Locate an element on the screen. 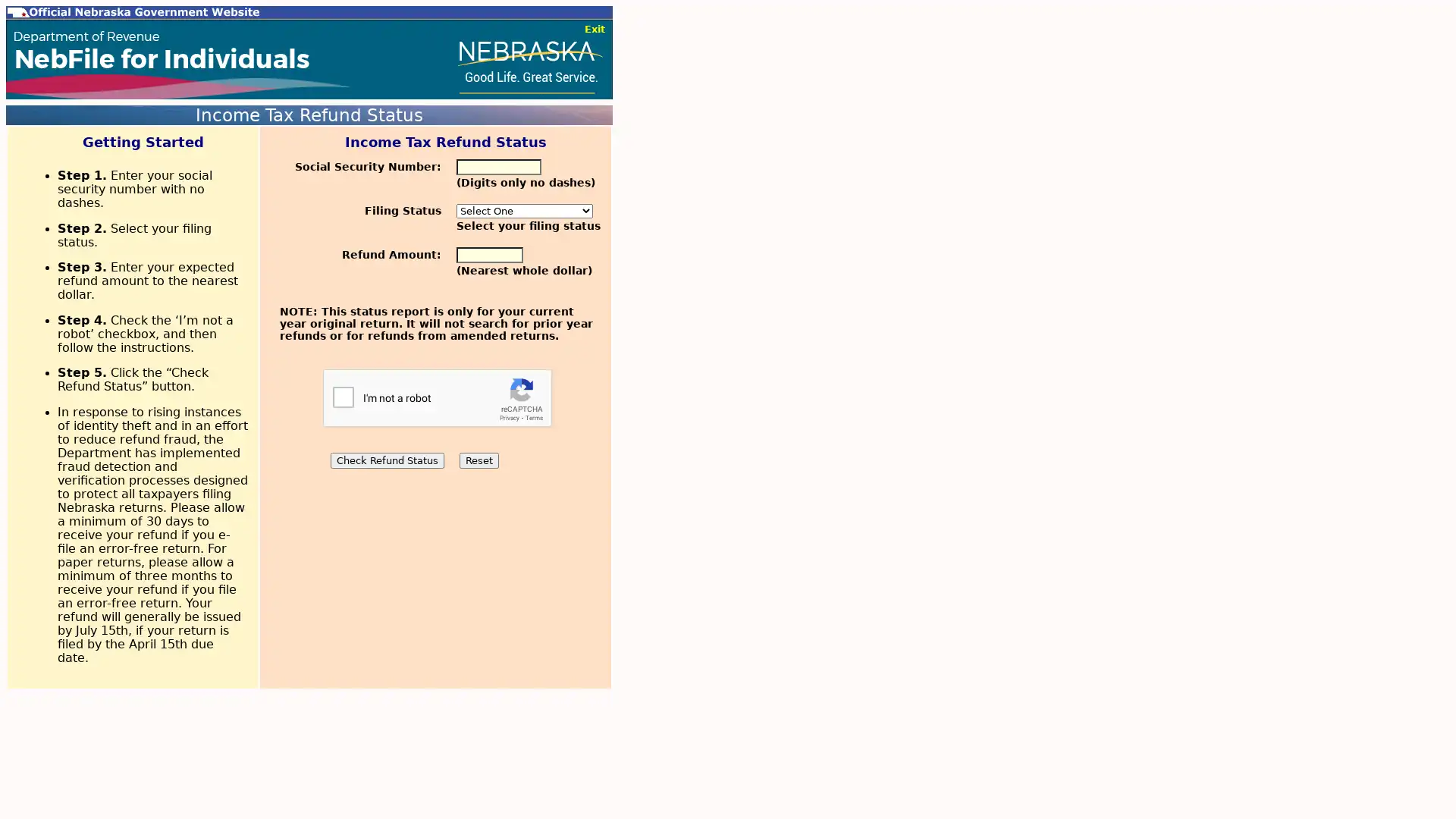 Image resolution: width=1456 pixels, height=819 pixels. Check Refund Status is located at coordinates (386, 460).